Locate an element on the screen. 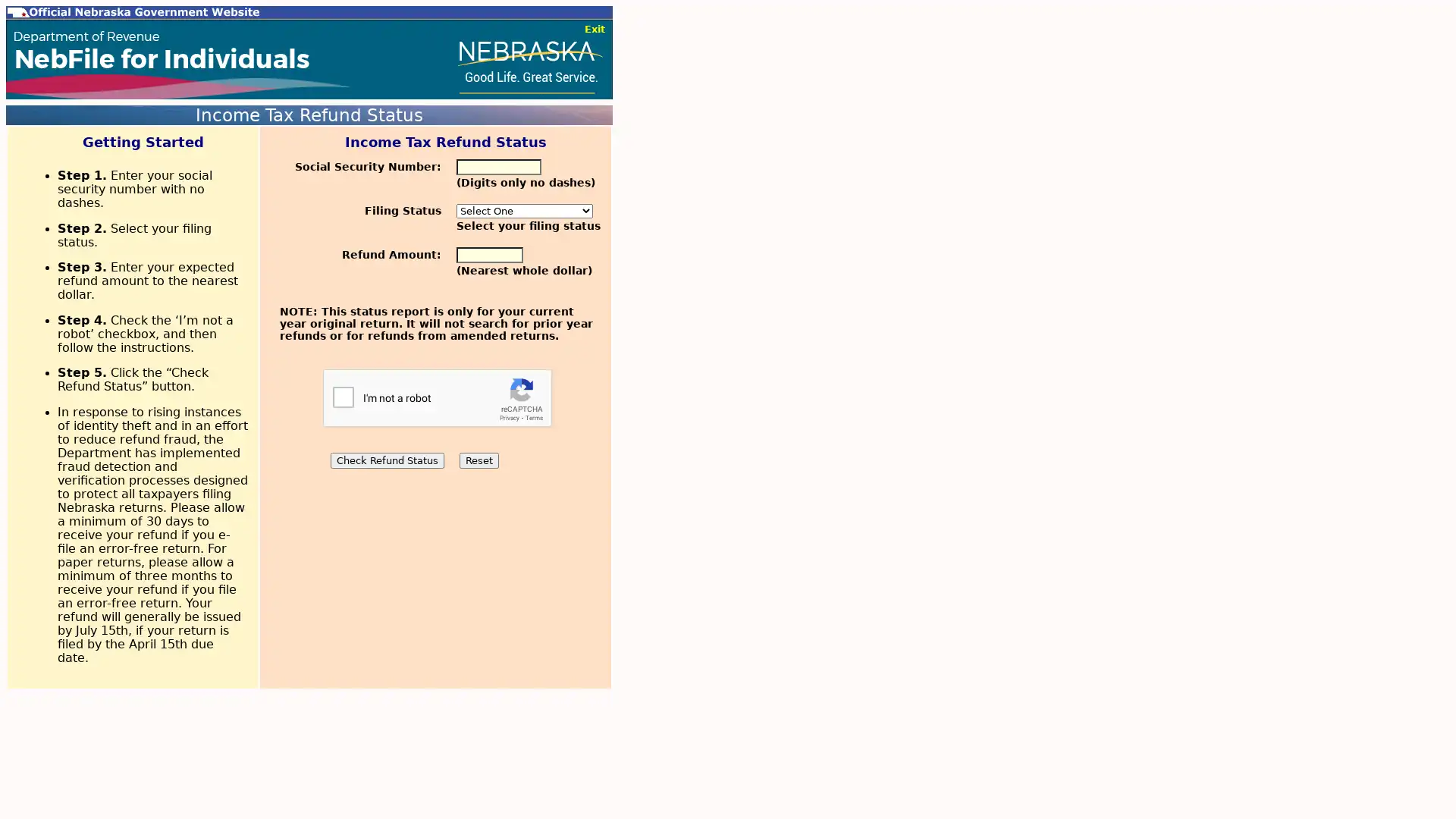 Image resolution: width=1456 pixels, height=819 pixels. Check Refund Status is located at coordinates (386, 460).